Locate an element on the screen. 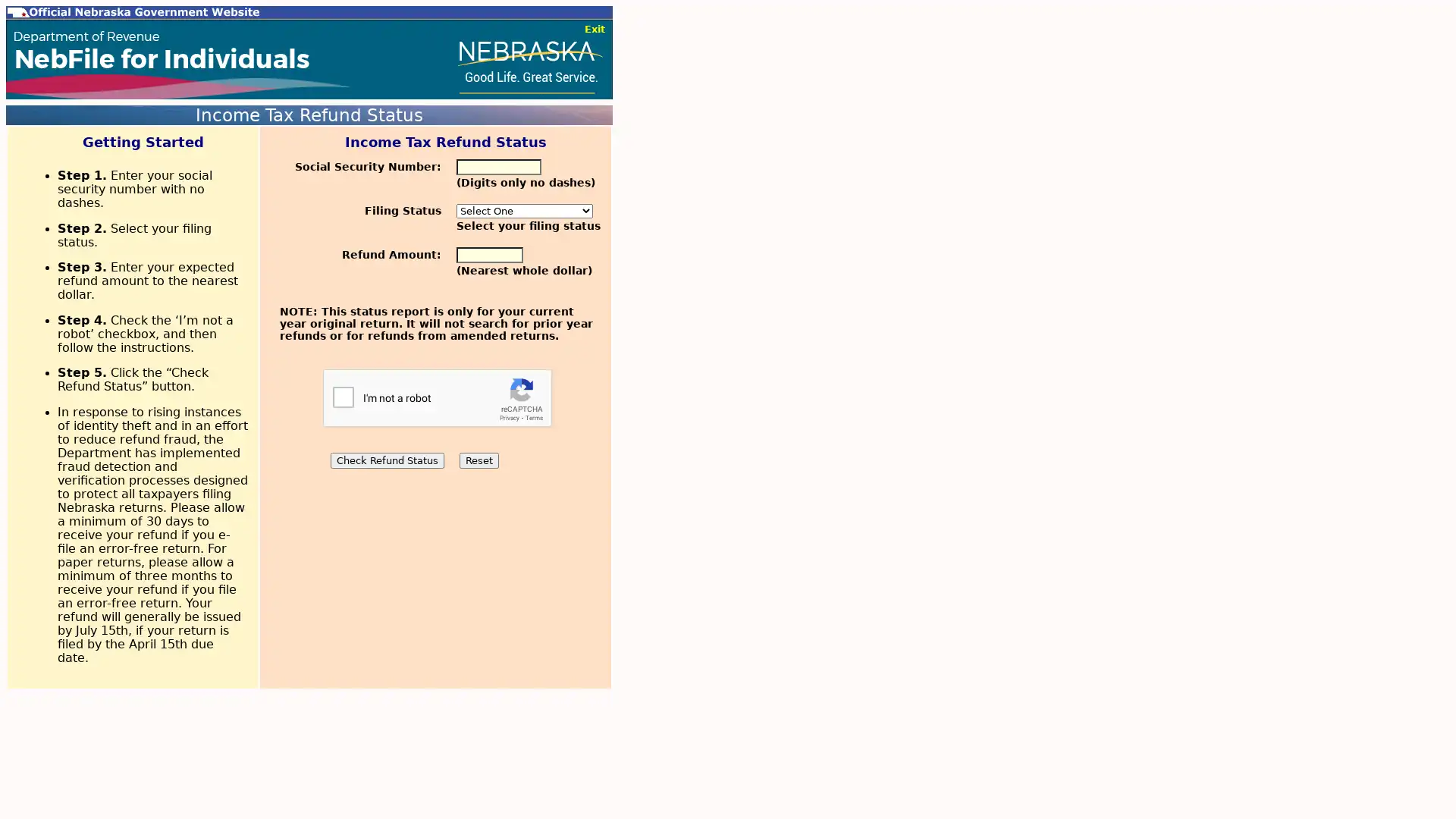 Image resolution: width=1456 pixels, height=819 pixels. Check Refund Status is located at coordinates (386, 460).